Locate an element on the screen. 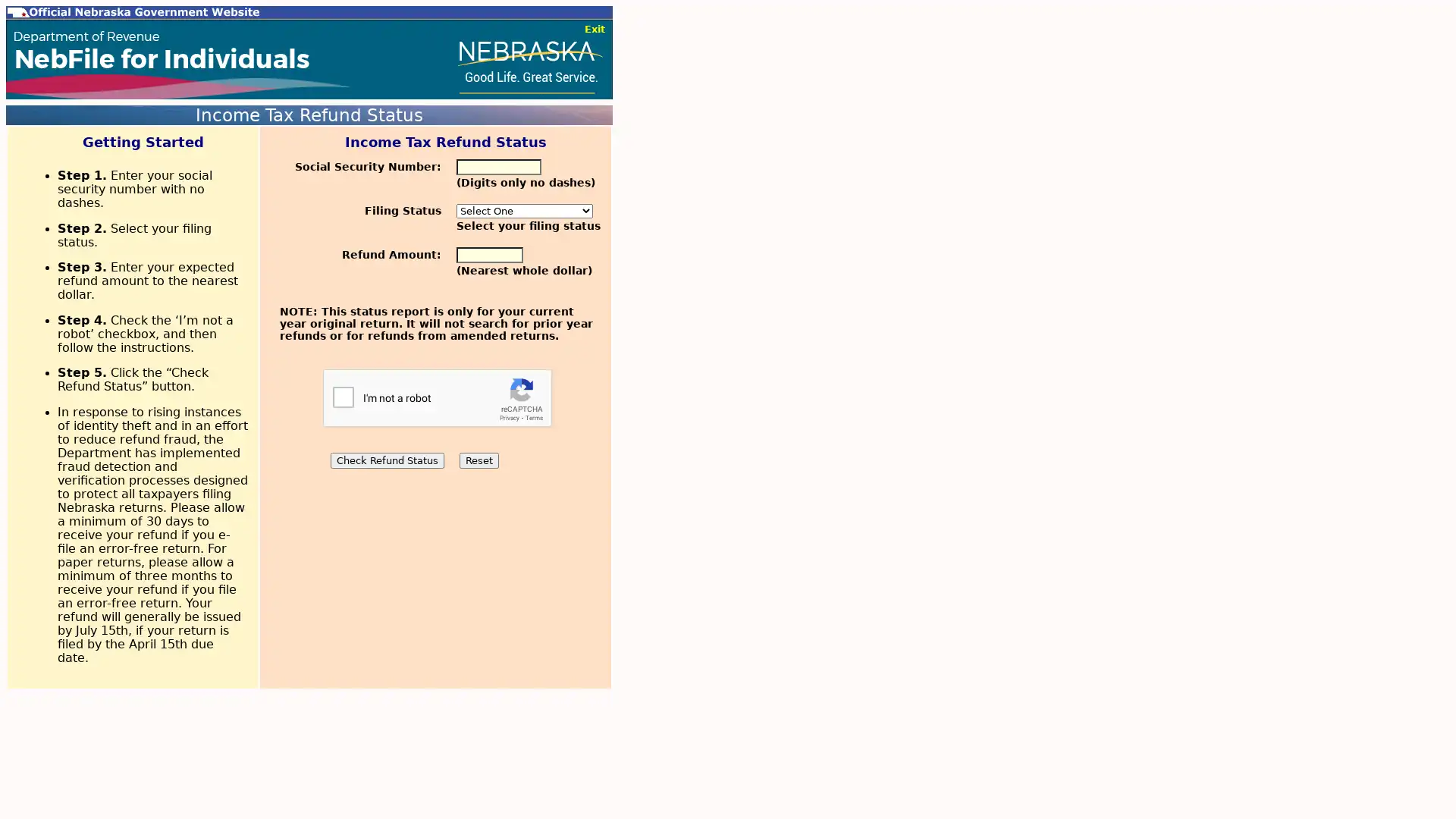 Image resolution: width=1456 pixels, height=819 pixels. Check Refund Status is located at coordinates (386, 460).